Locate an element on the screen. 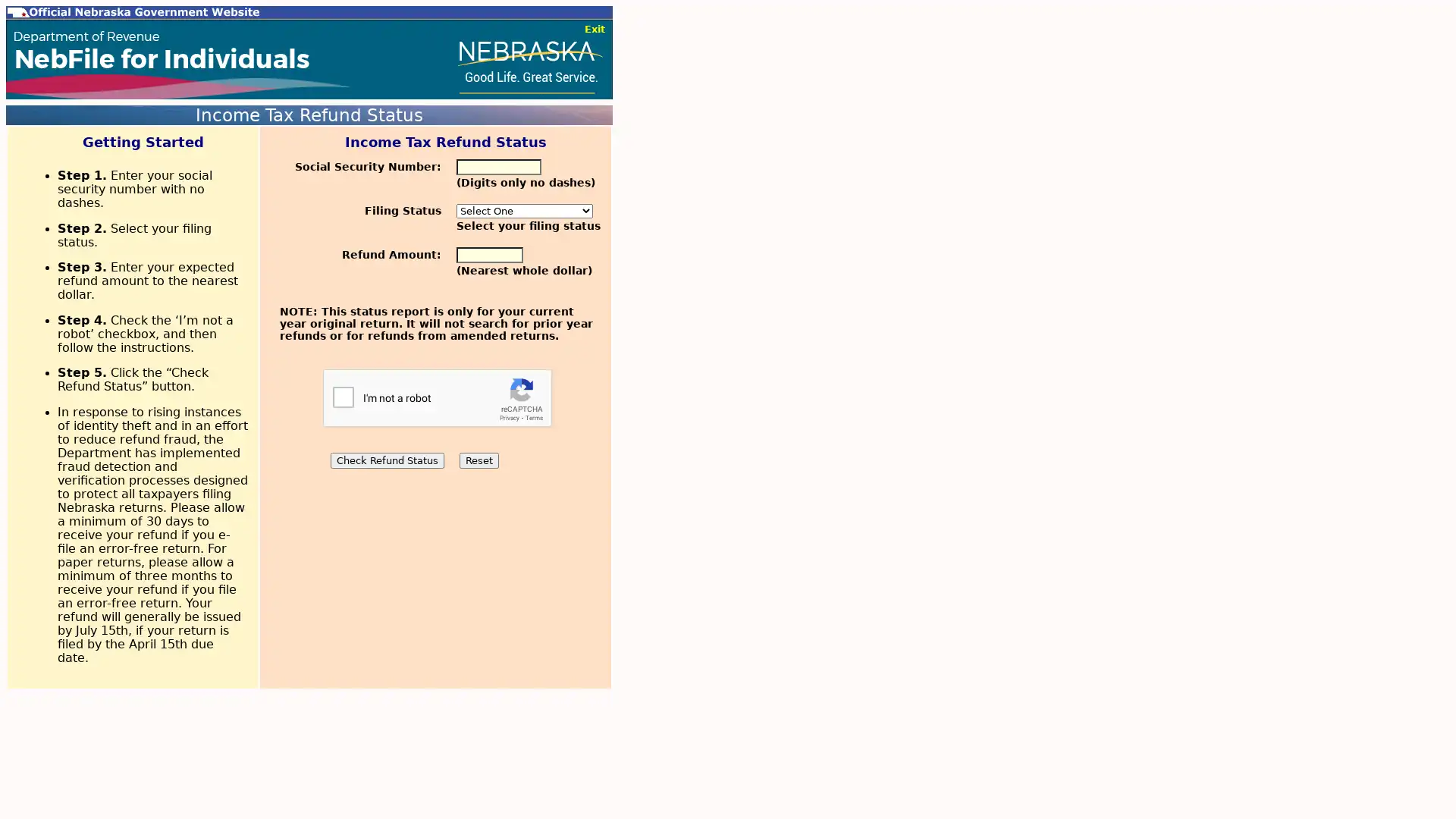 Image resolution: width=1456 pixels, height=819 pixels. Check Refund Status is located at coordinates (386, 460).